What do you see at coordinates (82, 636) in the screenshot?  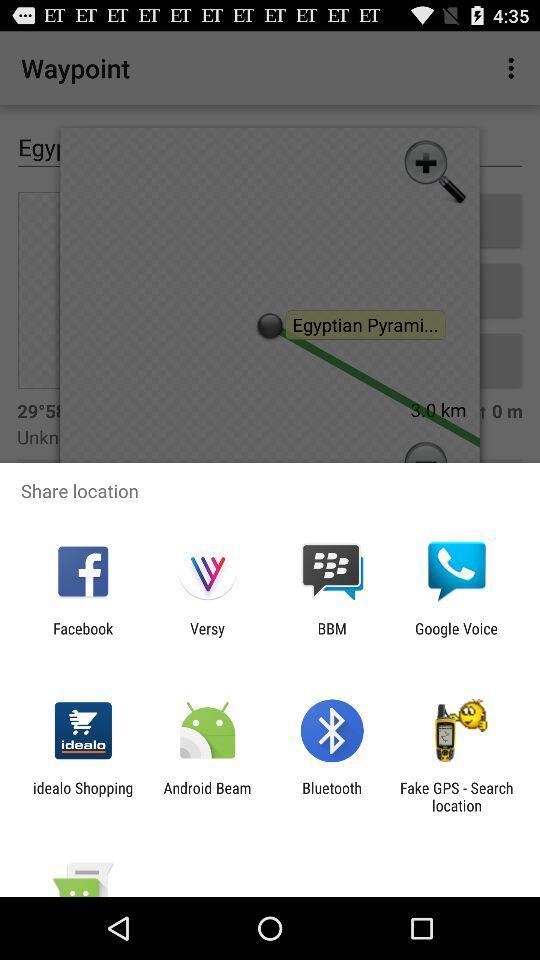 I see `the facebook app` at bounding box center [82, 636].